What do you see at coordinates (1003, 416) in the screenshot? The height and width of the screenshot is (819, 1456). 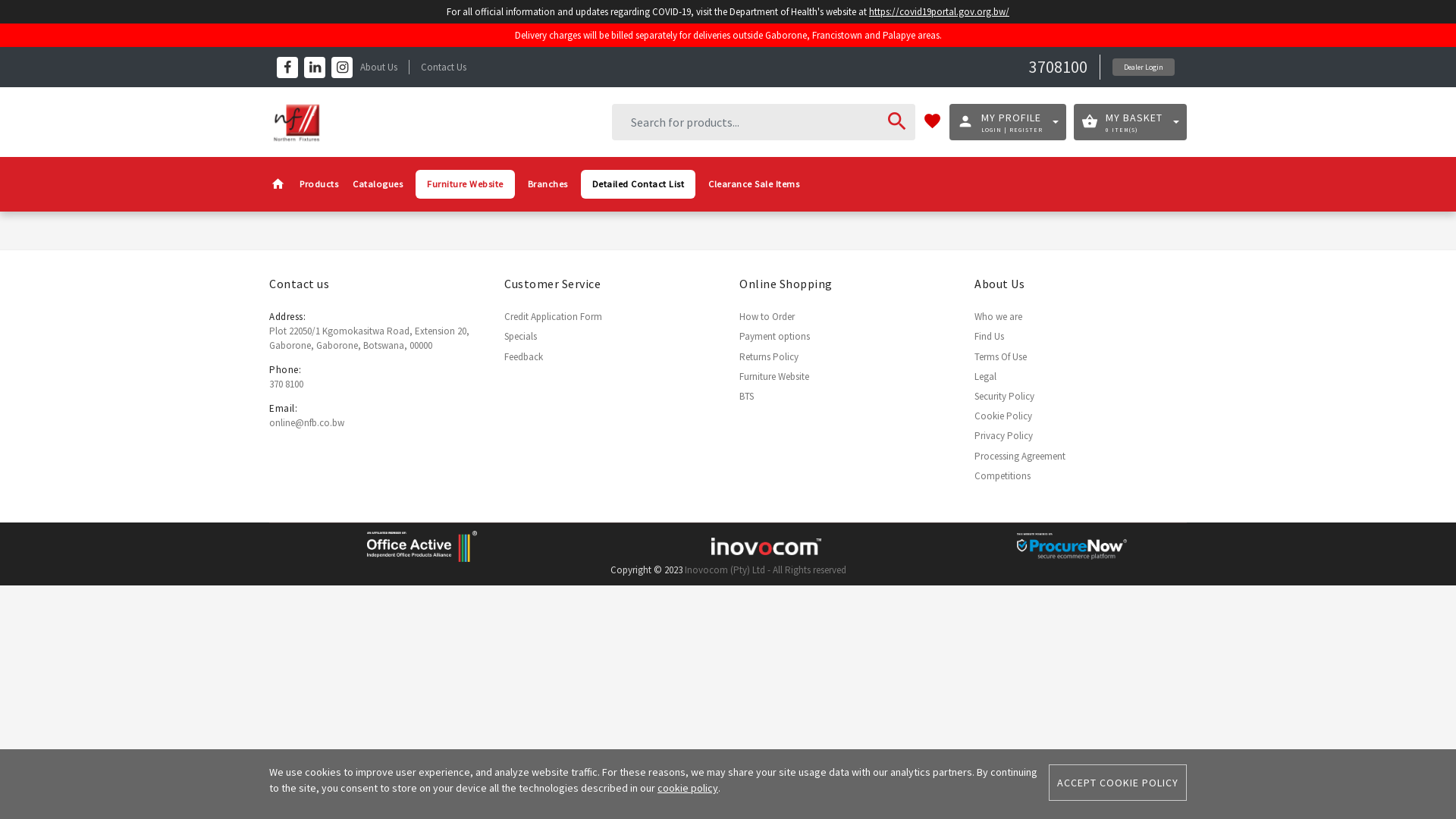 I see `'Cookie Policy'` at bounding box center [1003, 416].